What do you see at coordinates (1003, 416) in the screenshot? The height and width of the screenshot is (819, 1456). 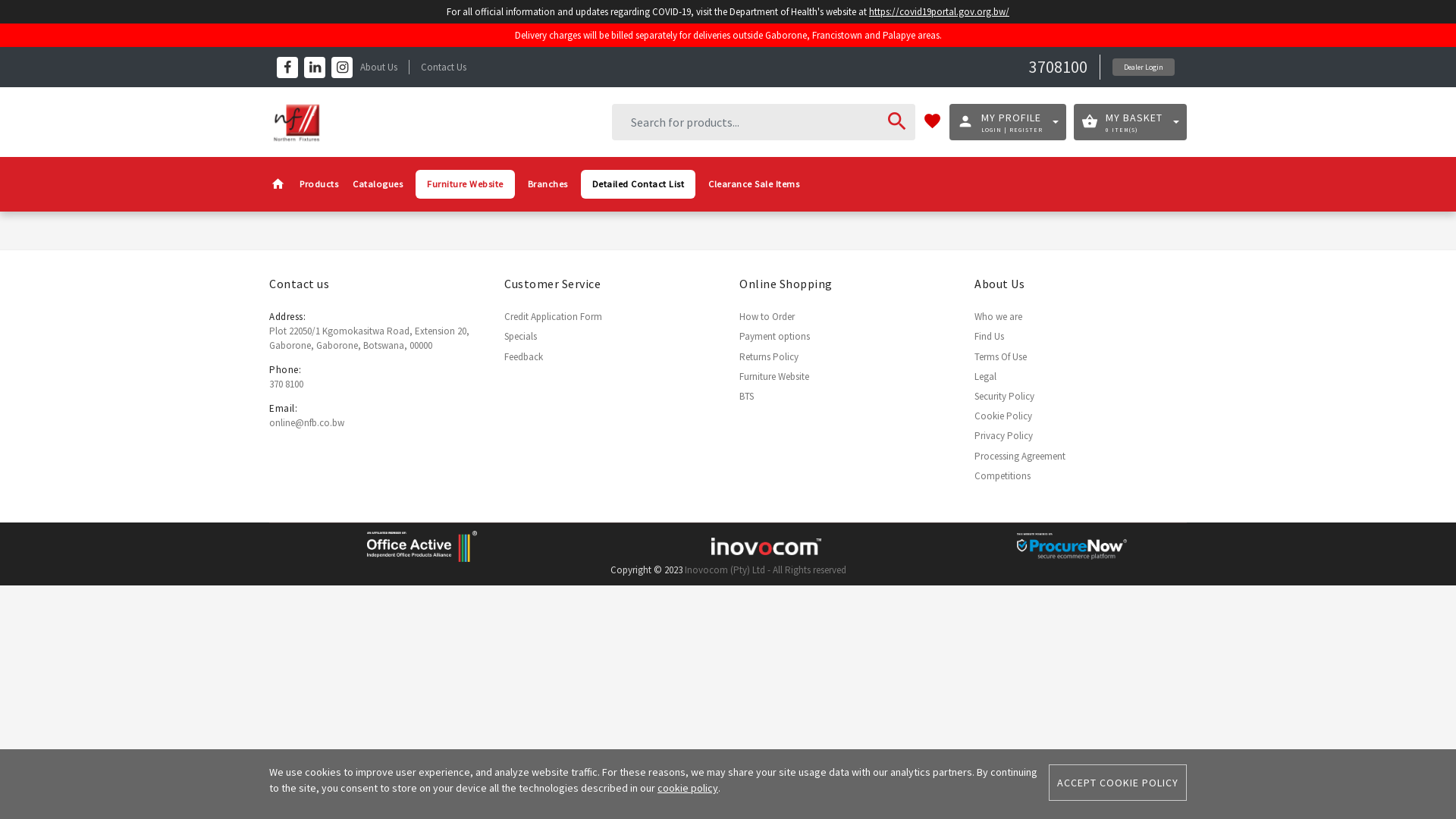 I see `'Cookie Policy'` at bounding box center [1003, 416].